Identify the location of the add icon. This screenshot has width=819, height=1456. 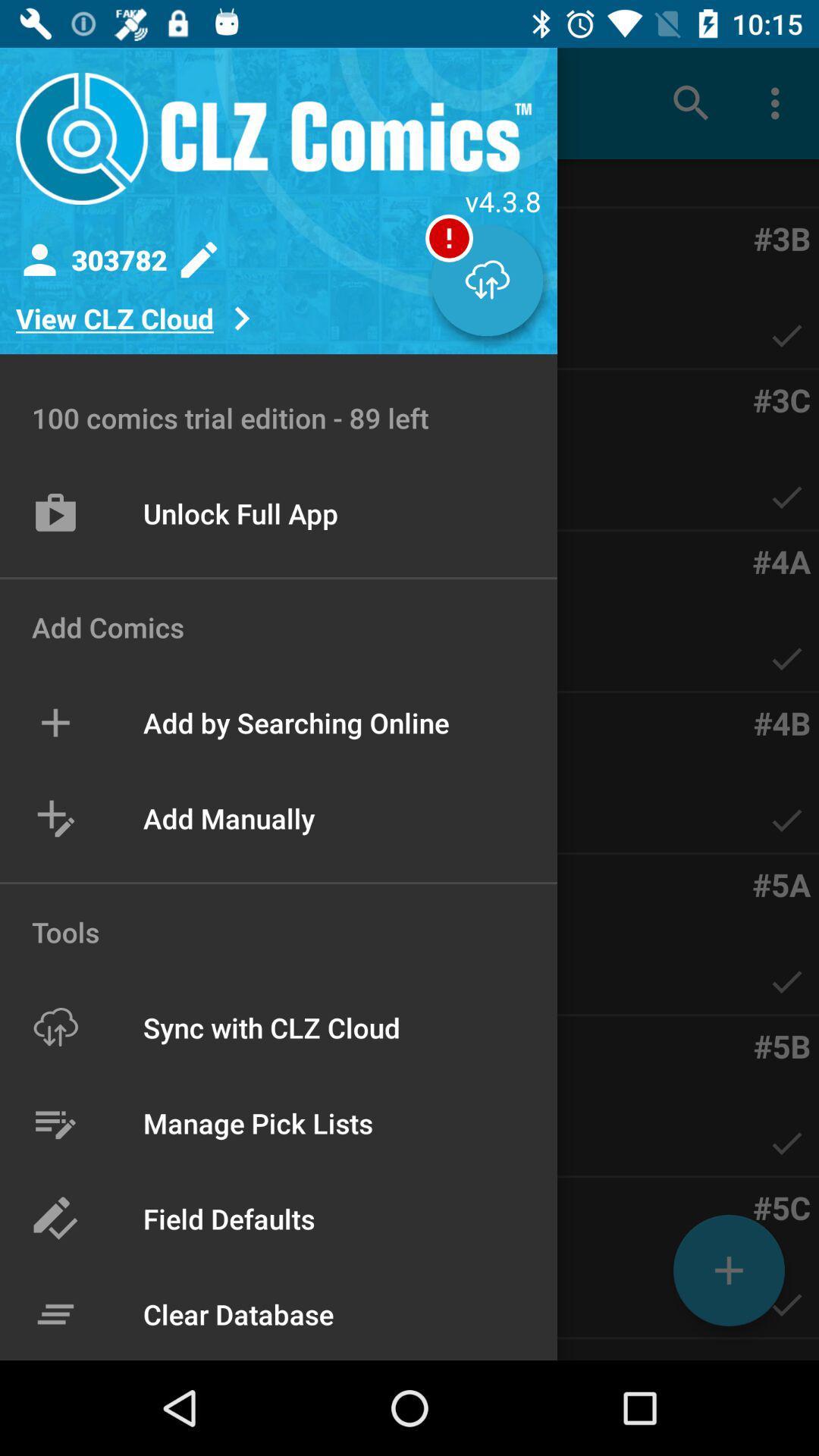
(728, 1270).